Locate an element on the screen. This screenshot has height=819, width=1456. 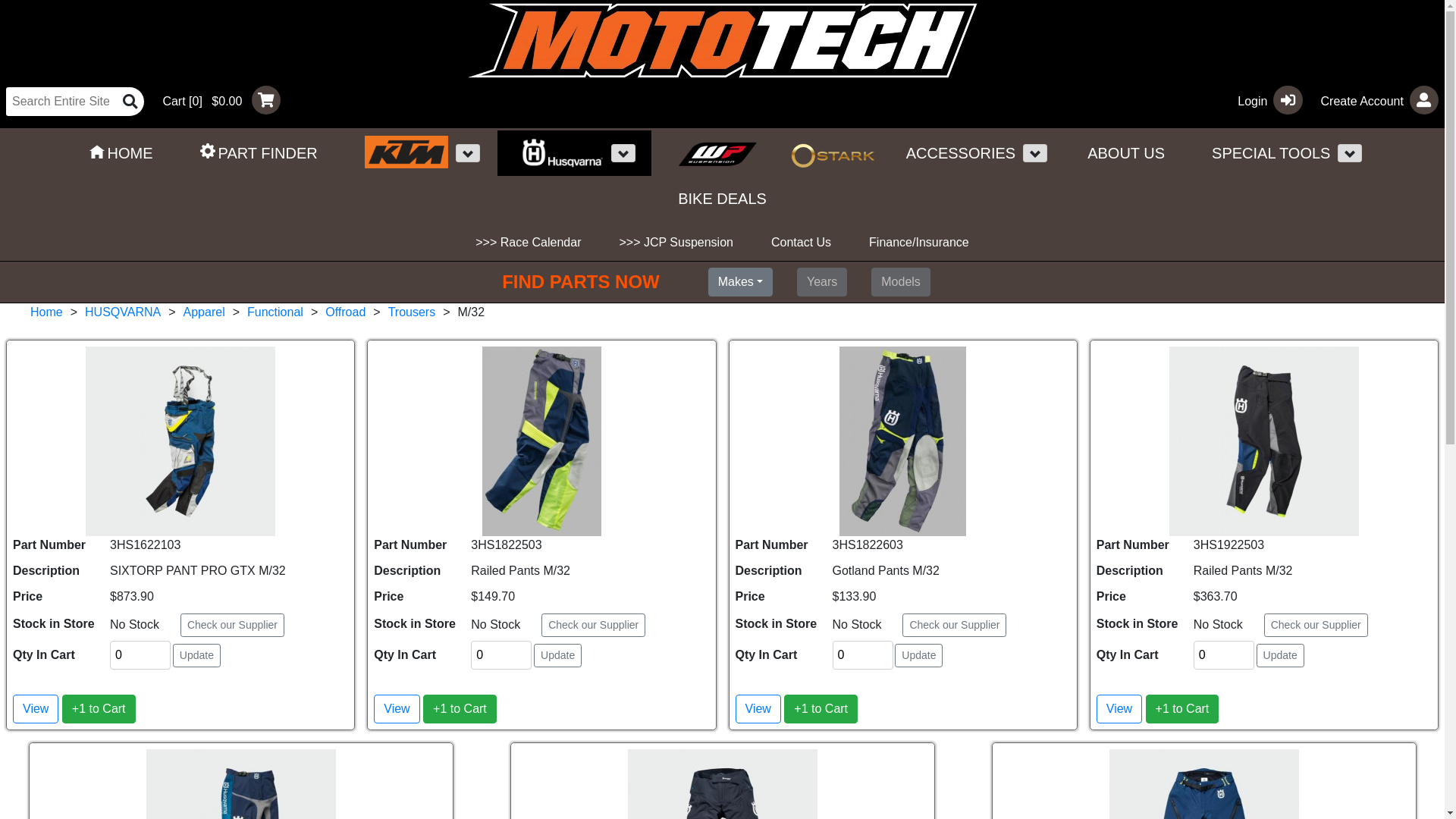
'HUSQVARNA' is located at coordinates (83, 311).